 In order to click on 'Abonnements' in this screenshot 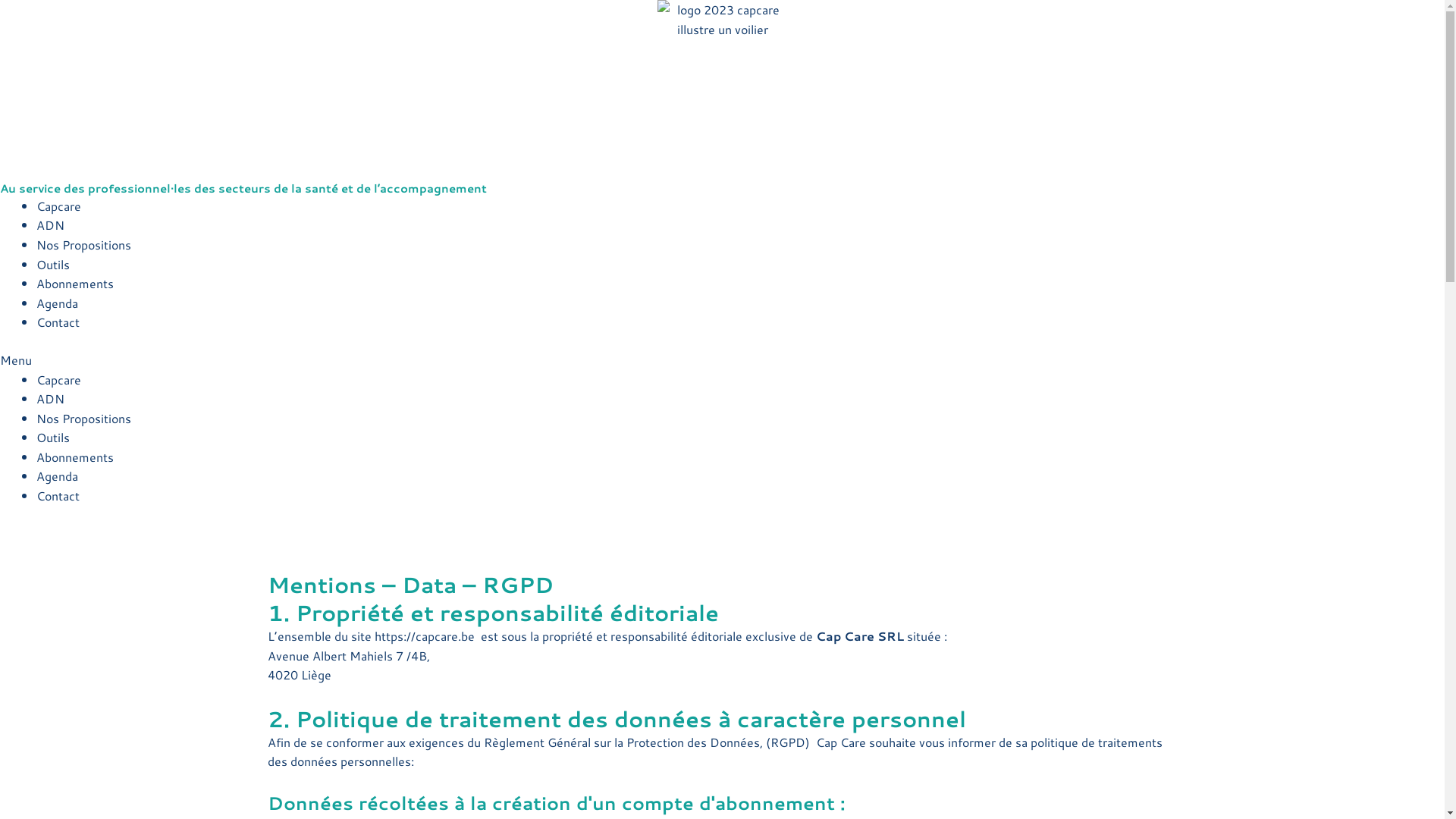, I will do `click(74, 456)`.